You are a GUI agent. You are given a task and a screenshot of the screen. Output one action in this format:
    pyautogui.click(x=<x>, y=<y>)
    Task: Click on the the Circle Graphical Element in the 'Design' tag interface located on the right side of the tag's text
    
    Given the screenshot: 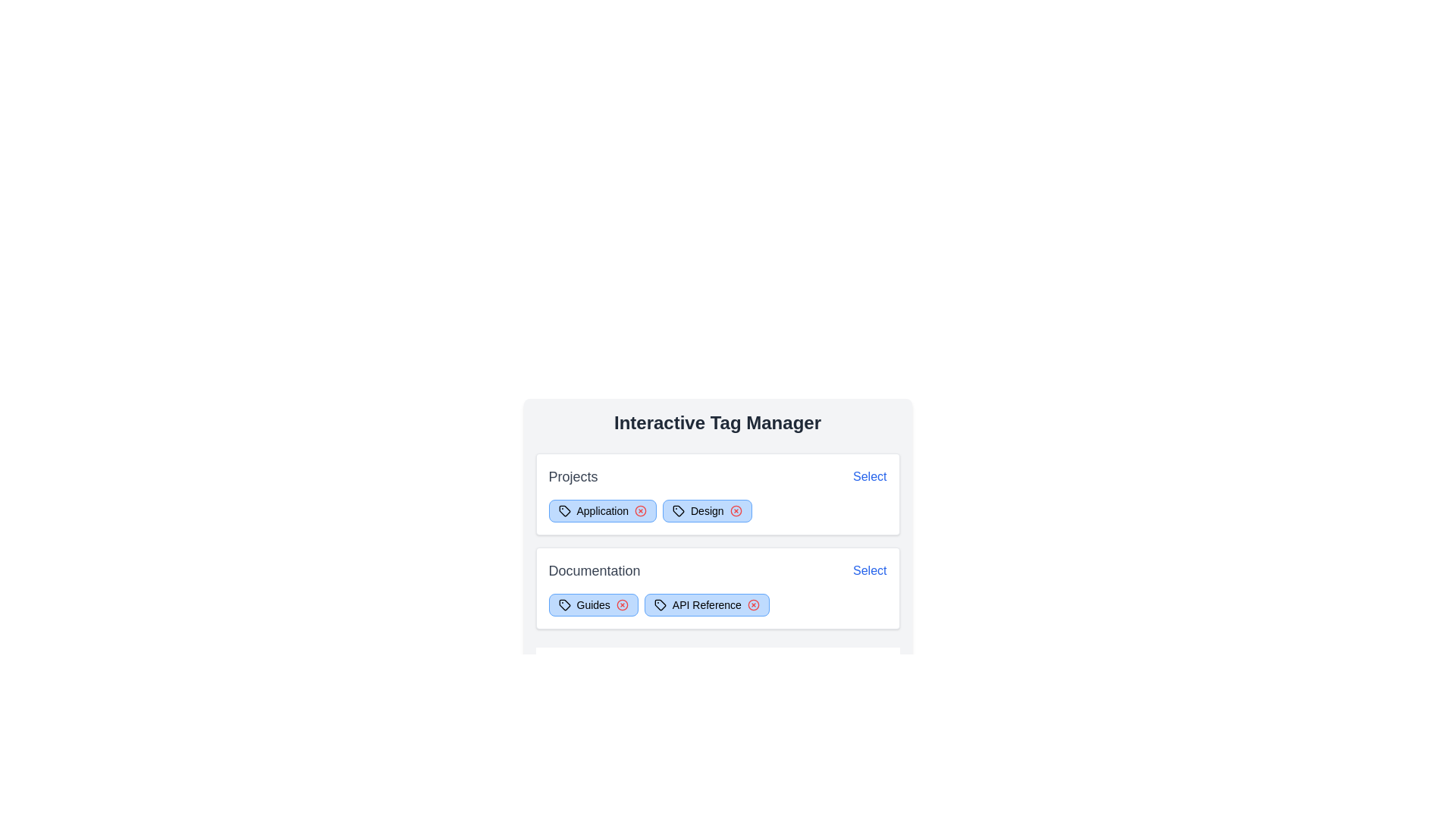 What is the action you would take?
    pyautogui.click(x=736, y=511)
    